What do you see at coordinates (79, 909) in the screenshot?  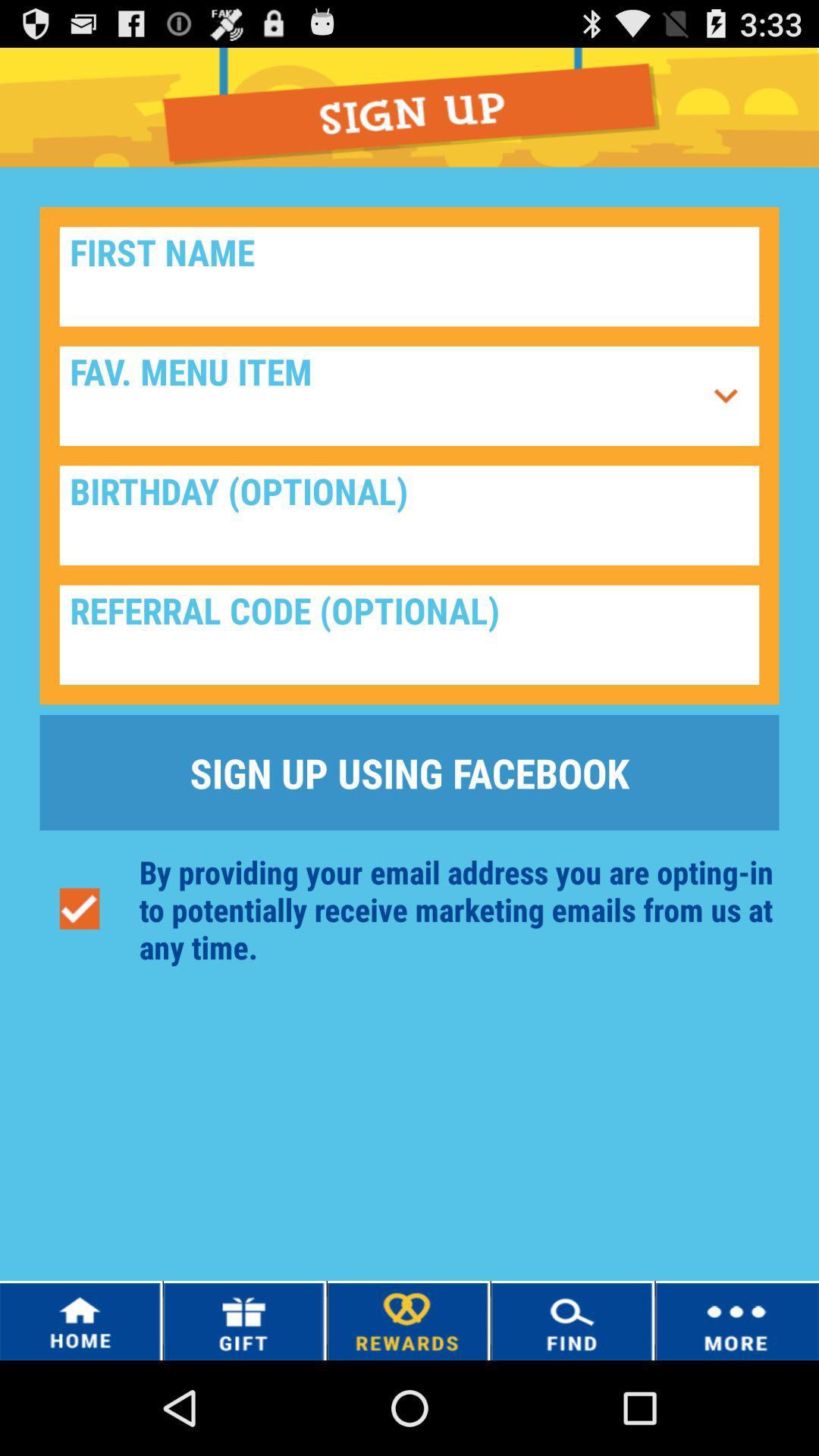 I see `opt in` at bounding box center [79, 909].